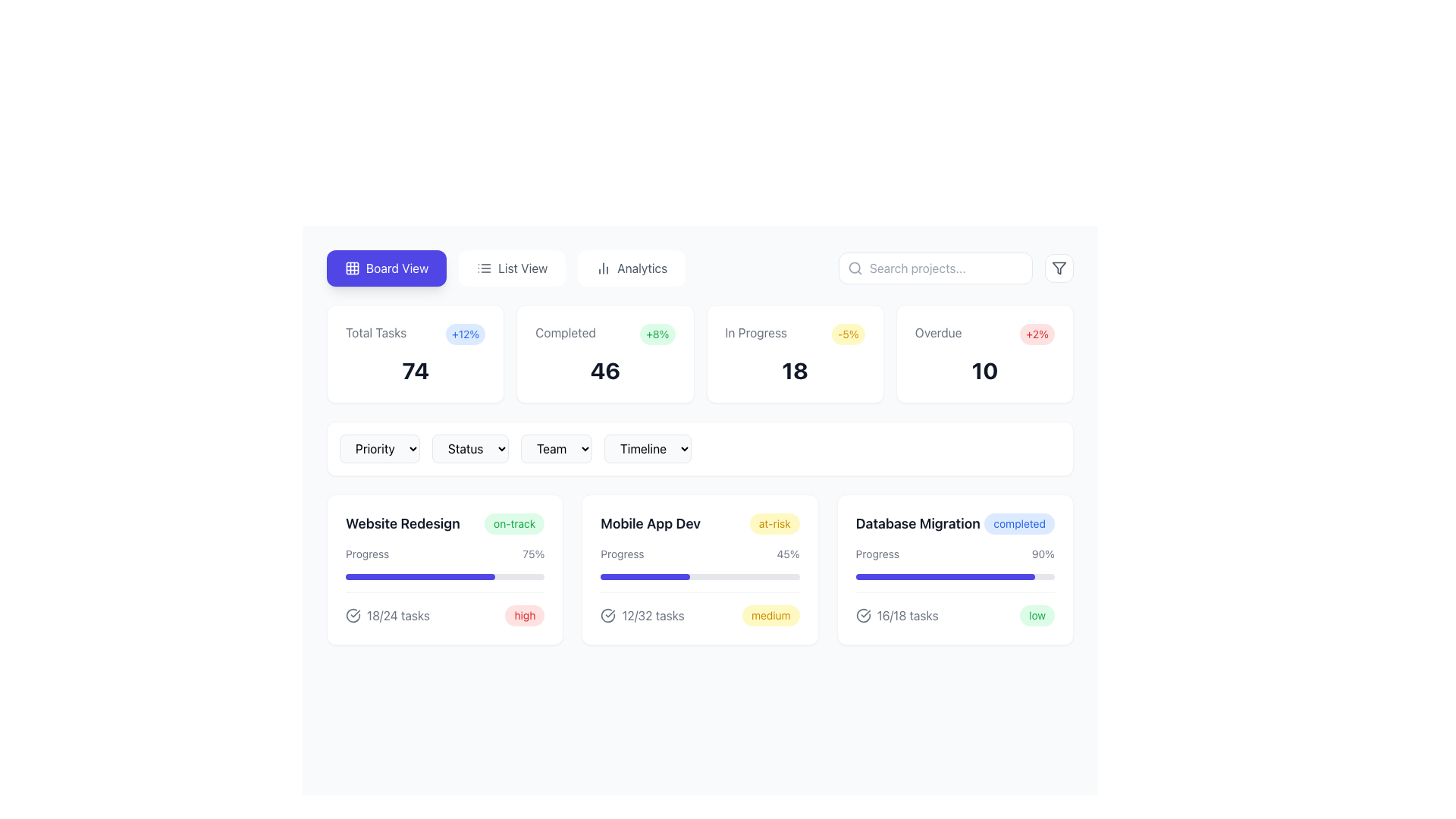 The width and height of the screenshot is (1456, 819). What do you see at coordinates (774, 522) in the screenshot?
I see `the pill-shaped badge with a yellow background and text reading 'at-risk', located to the right of the 'Mobile App Dev' title in the second row of content cards` at bounding box center [774, 522].